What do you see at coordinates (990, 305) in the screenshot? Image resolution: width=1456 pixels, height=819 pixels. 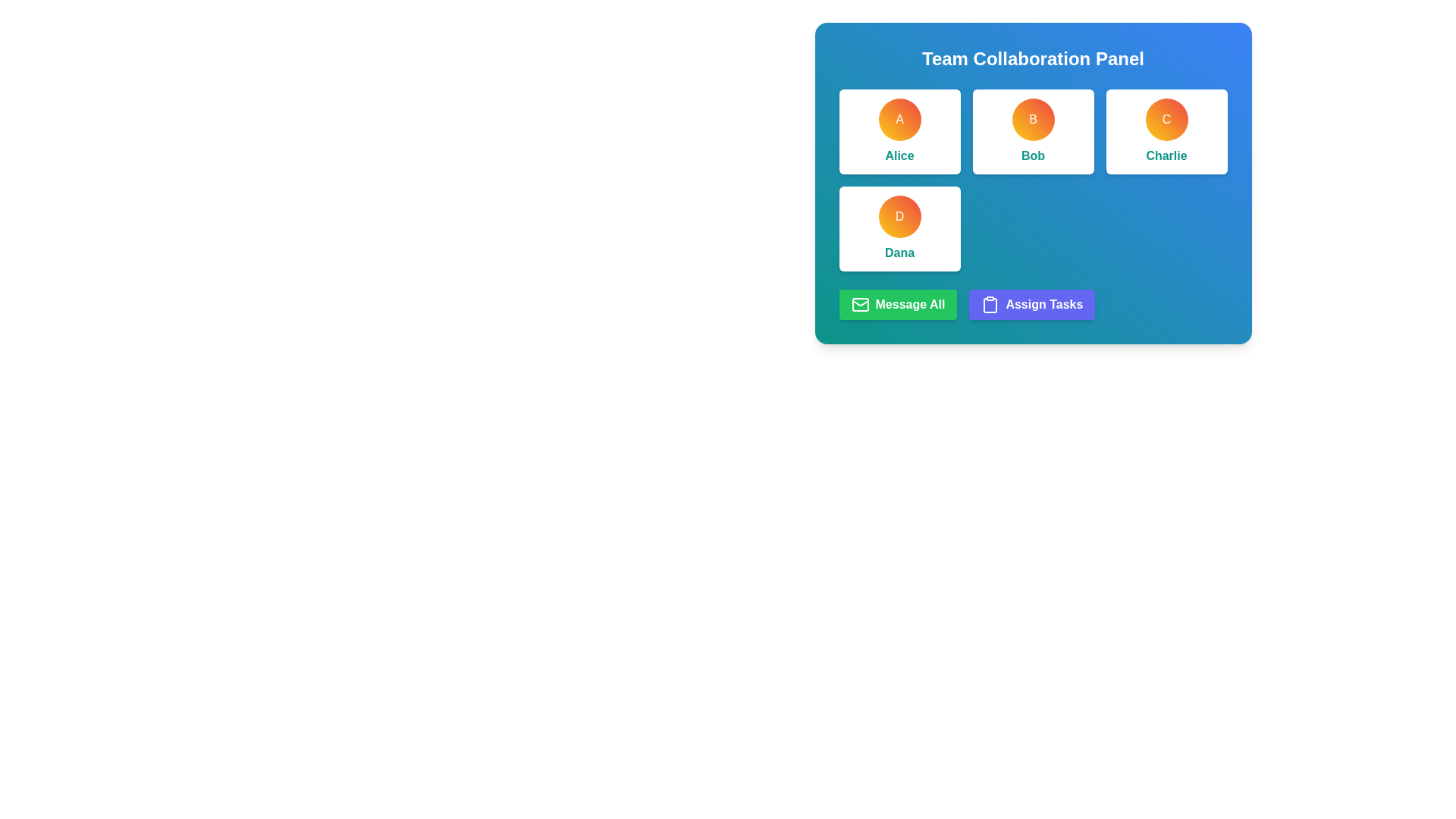 I see `the clipboard icon, which is a minimalistic vector graphic with a rectangular body and a clip at the top, positioned to the right of the 'Message All' button` at bounding box center [990, 305].